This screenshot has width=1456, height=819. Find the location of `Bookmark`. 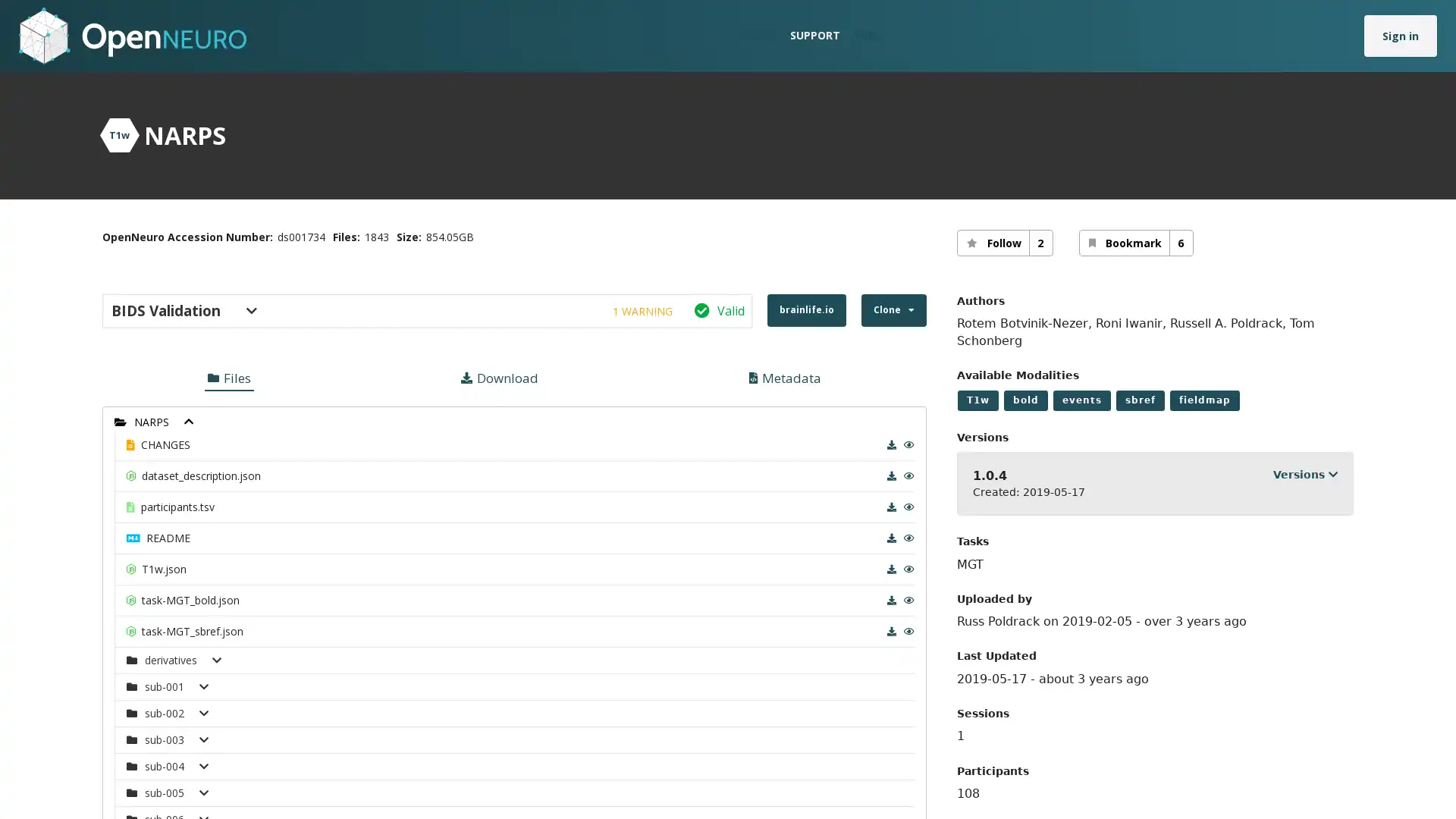

Bookmark is located at coordinates (1135, 242).